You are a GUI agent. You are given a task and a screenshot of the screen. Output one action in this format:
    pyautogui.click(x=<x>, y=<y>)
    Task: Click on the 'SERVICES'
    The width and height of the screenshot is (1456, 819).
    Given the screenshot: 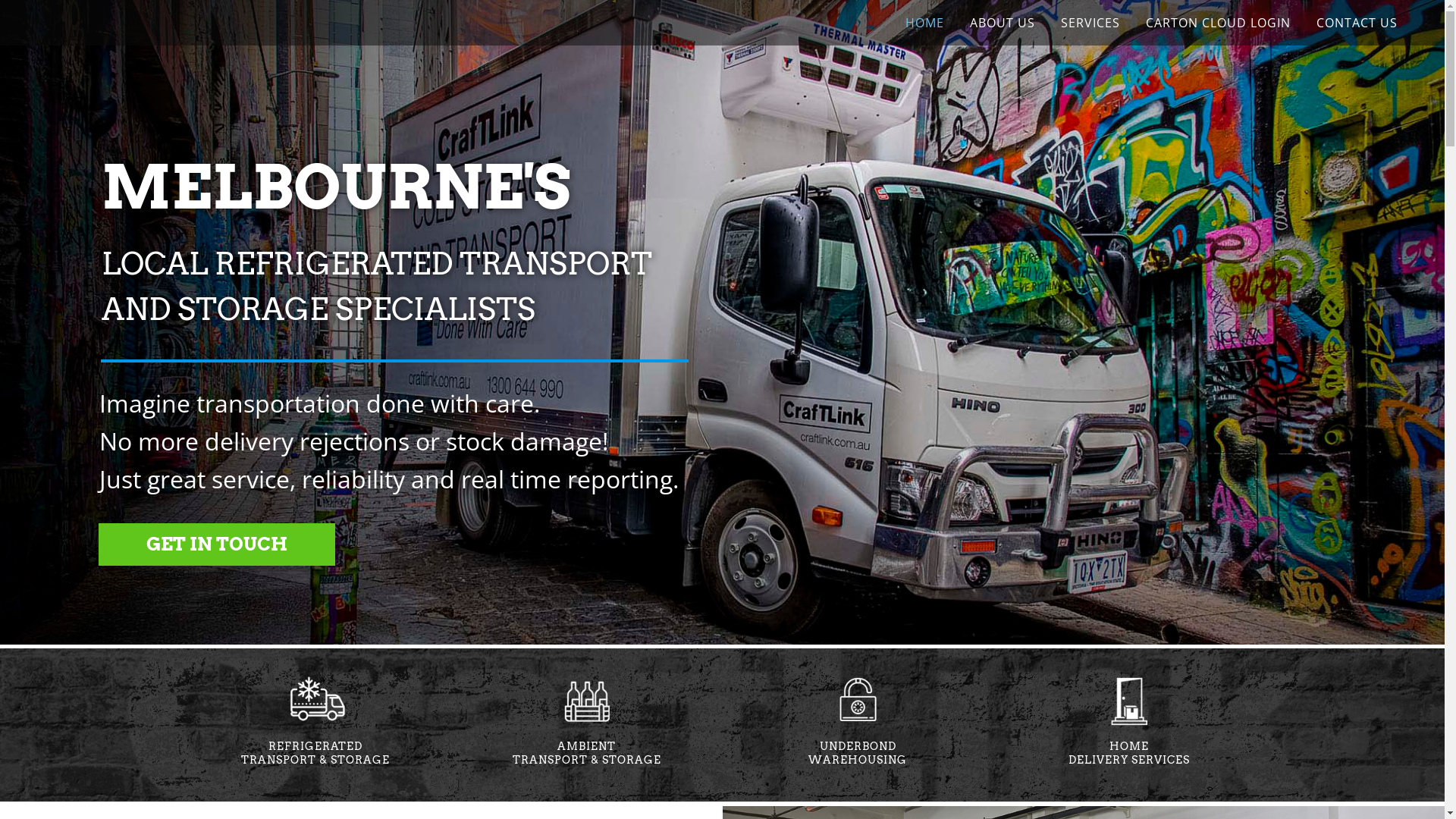 What is the action you would take?
    pyautogui.click(x=1090, y=23)
    